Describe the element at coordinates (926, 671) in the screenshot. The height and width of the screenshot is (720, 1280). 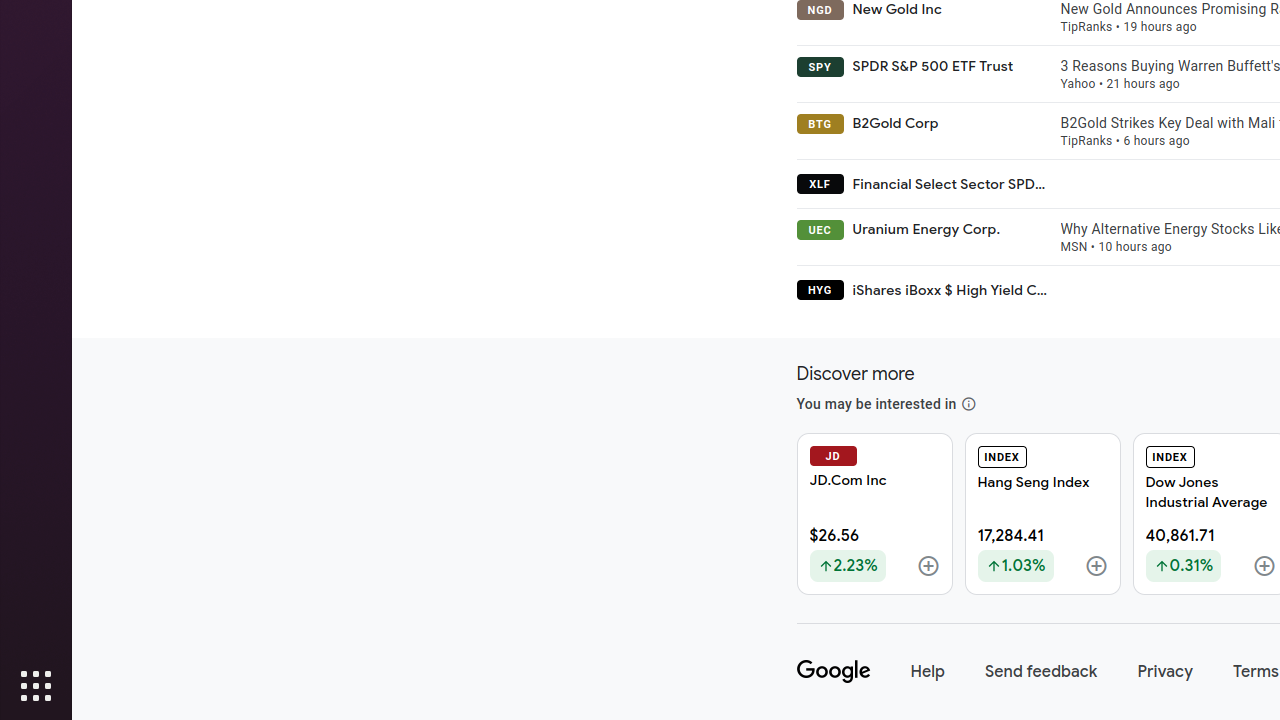
I see `'Help'` at that location.